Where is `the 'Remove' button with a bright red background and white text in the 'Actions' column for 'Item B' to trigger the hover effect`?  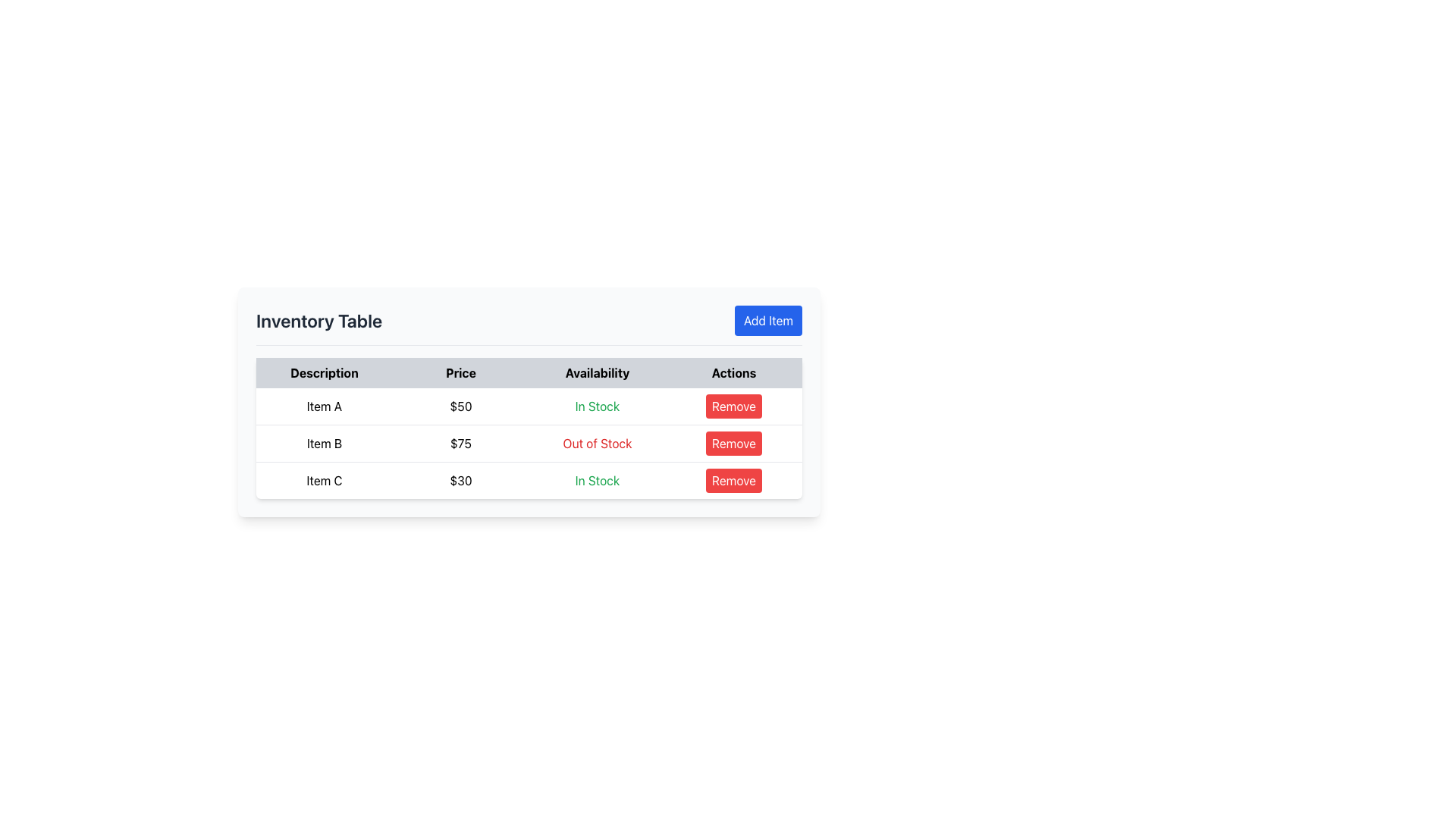
the 'Remove' button with a bright red background and white text in the 'Actions' column for 'Item B' to trigger the hover effect is located at coordinates (734, 444).